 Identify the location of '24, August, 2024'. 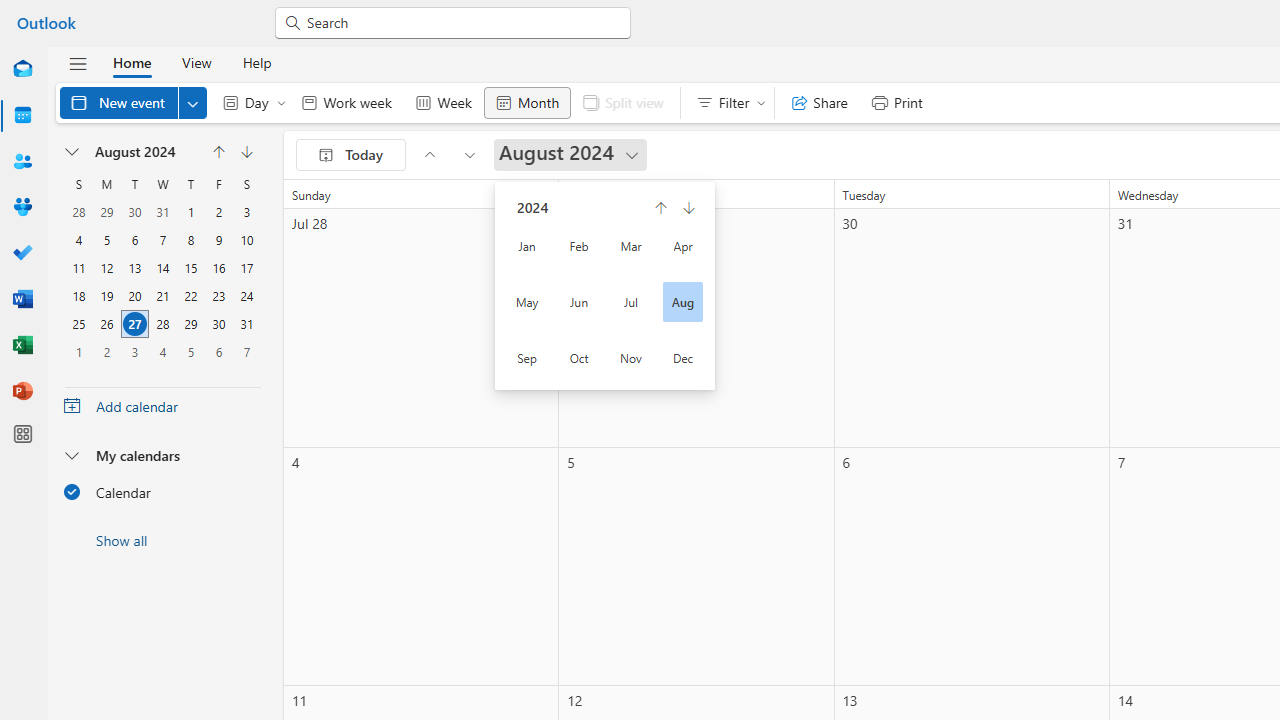
(246, 295).